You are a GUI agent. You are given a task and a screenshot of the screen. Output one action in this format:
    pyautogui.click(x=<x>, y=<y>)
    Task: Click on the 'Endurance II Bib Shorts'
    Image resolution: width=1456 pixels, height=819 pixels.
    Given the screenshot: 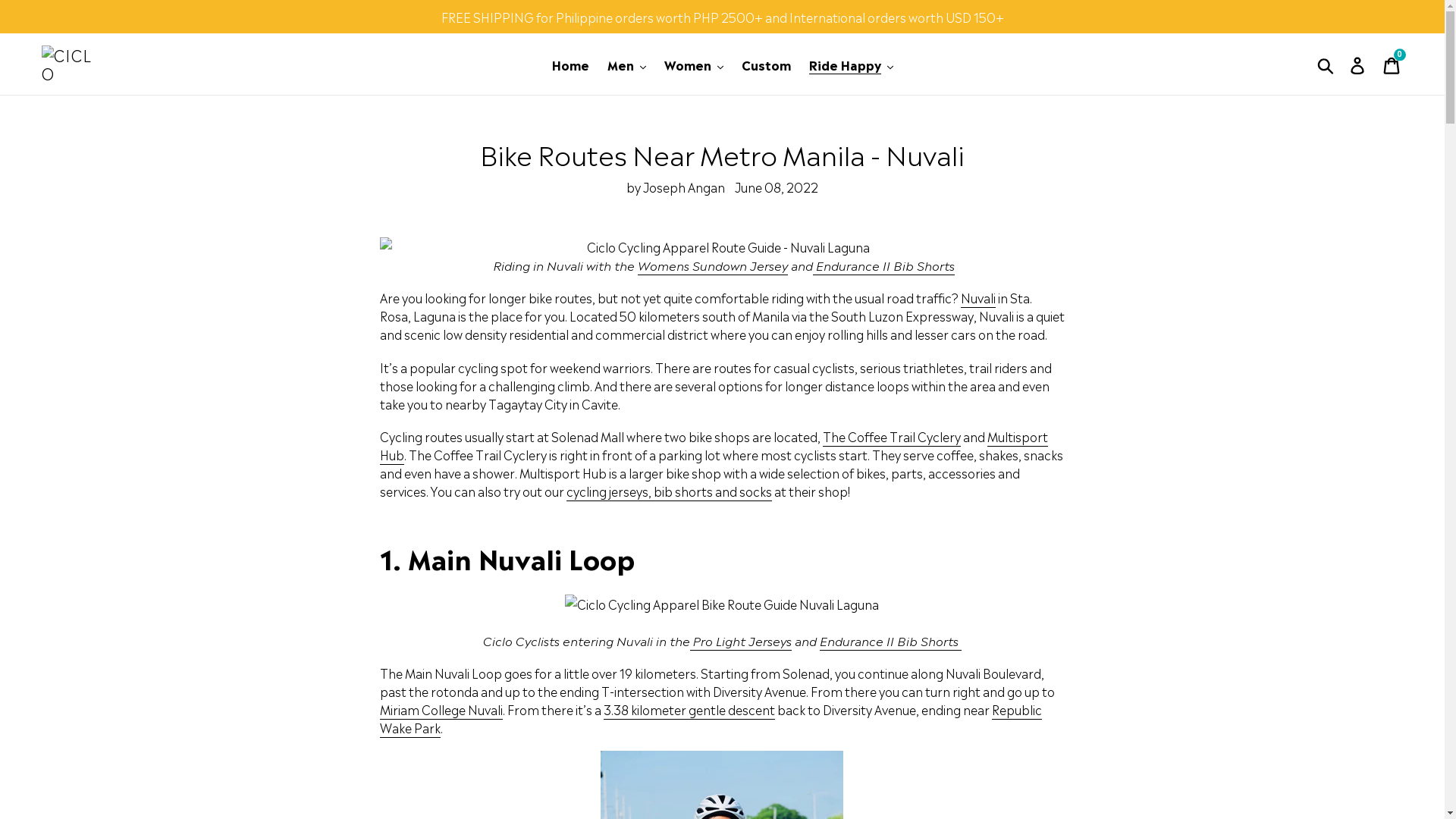 What is the action you would take?
    pyautogui.click(x=883, y=265)
    